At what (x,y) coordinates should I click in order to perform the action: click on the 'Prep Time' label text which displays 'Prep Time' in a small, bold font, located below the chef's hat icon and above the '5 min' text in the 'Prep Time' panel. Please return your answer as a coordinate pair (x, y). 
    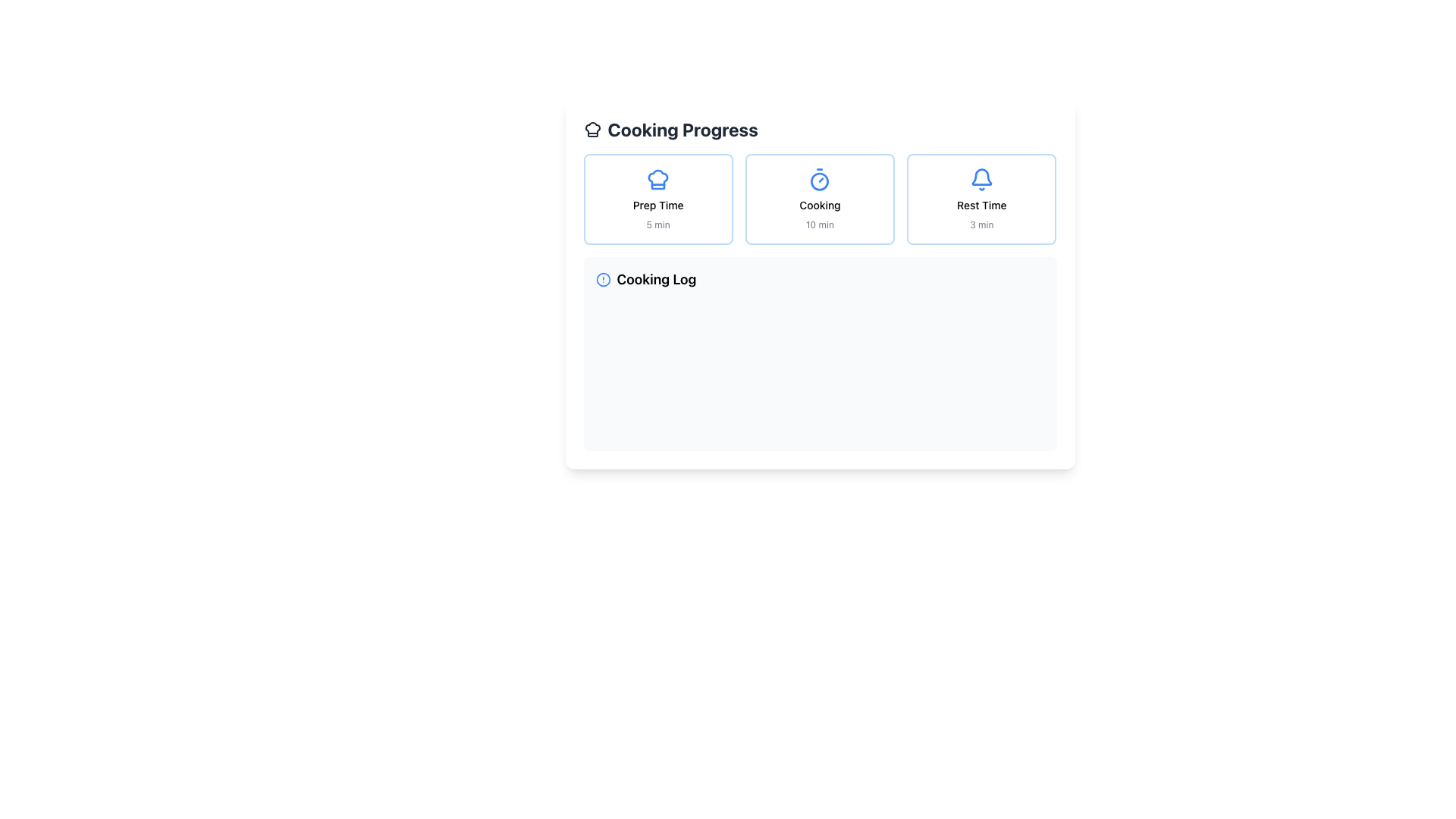
    Looking at the image, I should click on (658, 205).